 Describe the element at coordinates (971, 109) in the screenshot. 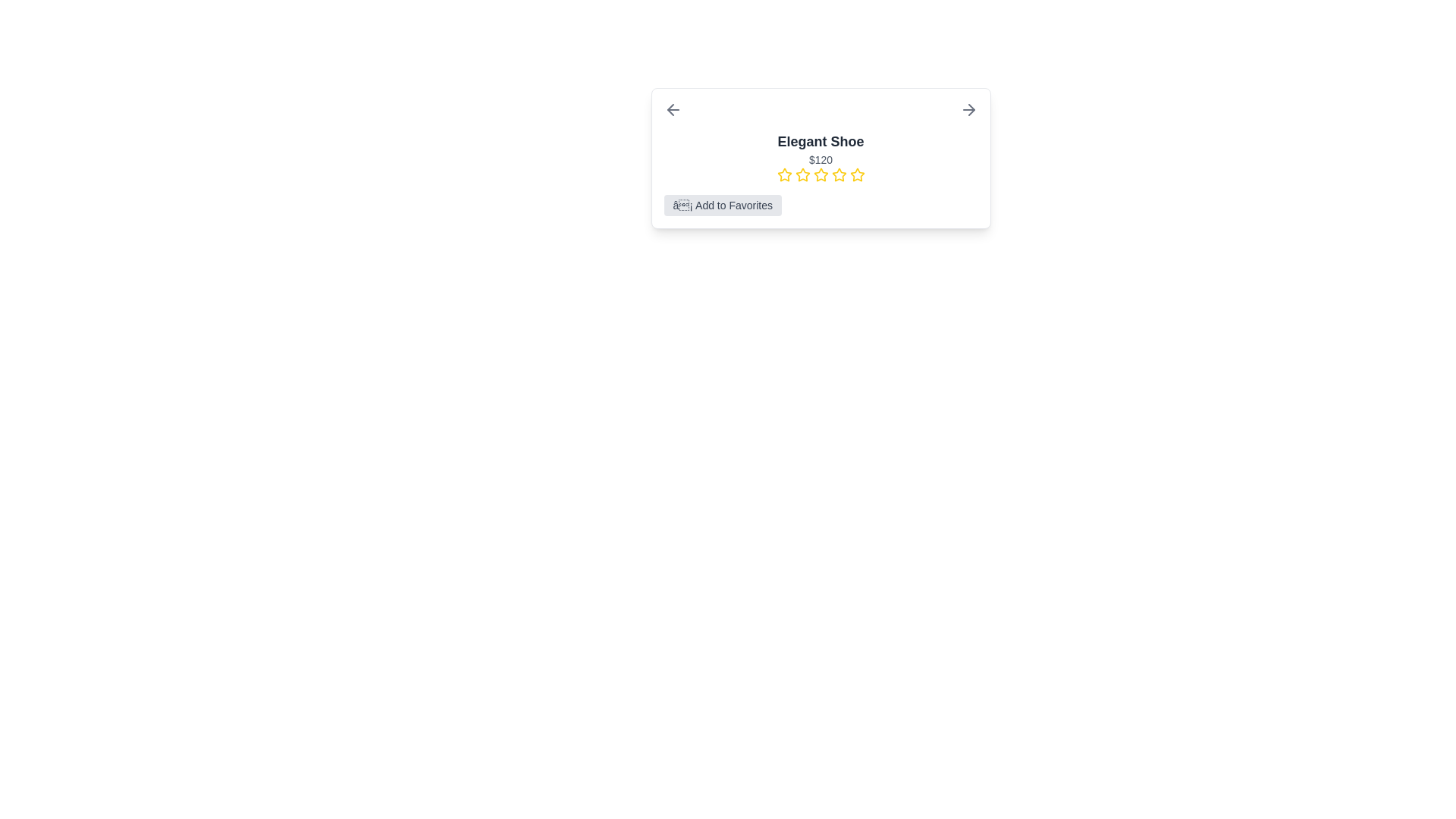

I see `the head of the rightwards pointing arrow icon located in the top-right corner of the card-like component` at that location.